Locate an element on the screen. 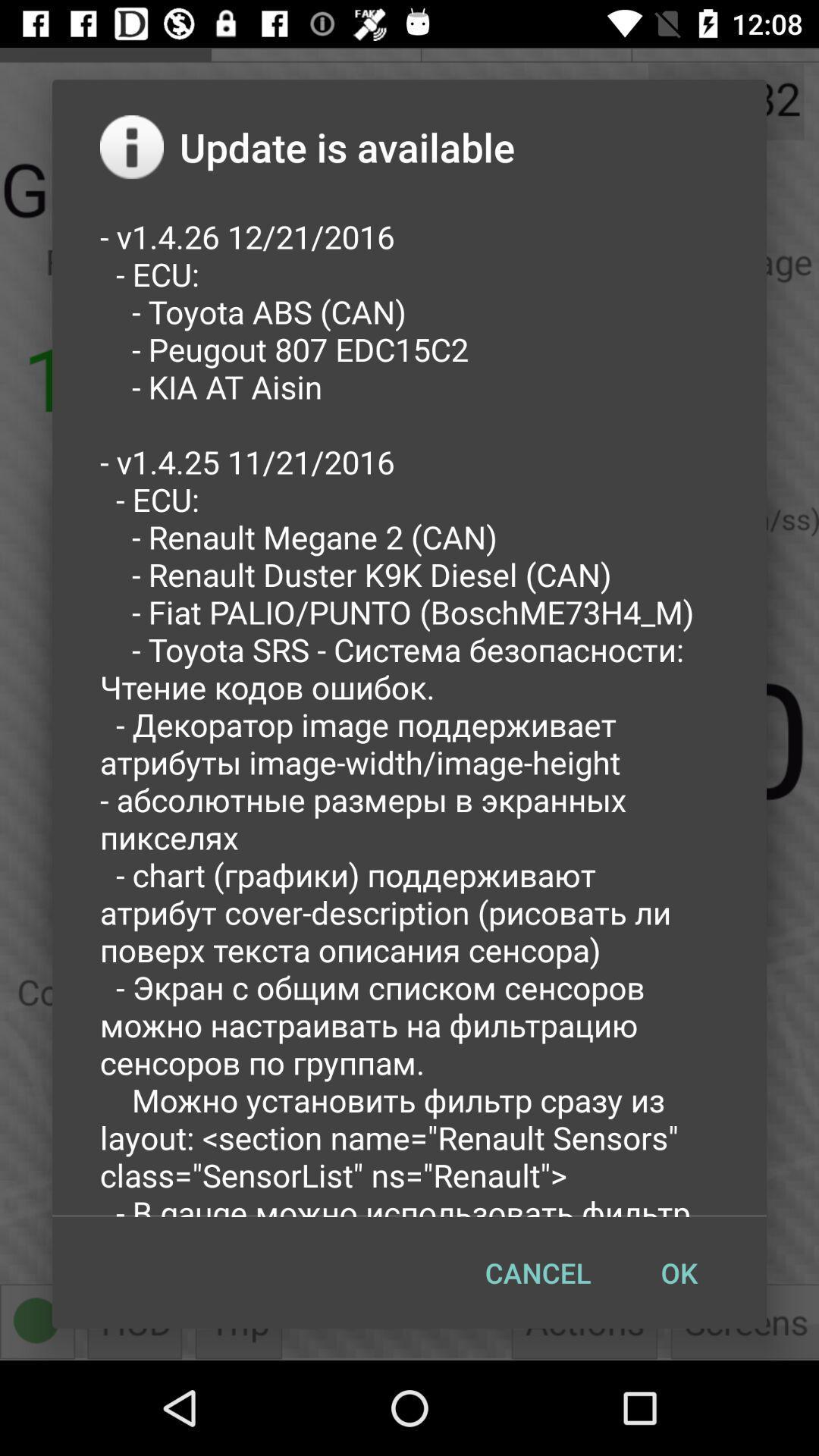 The height and width of the screenshot is (1456, 819). icon next to ok is located at coordinates (537, 1272).